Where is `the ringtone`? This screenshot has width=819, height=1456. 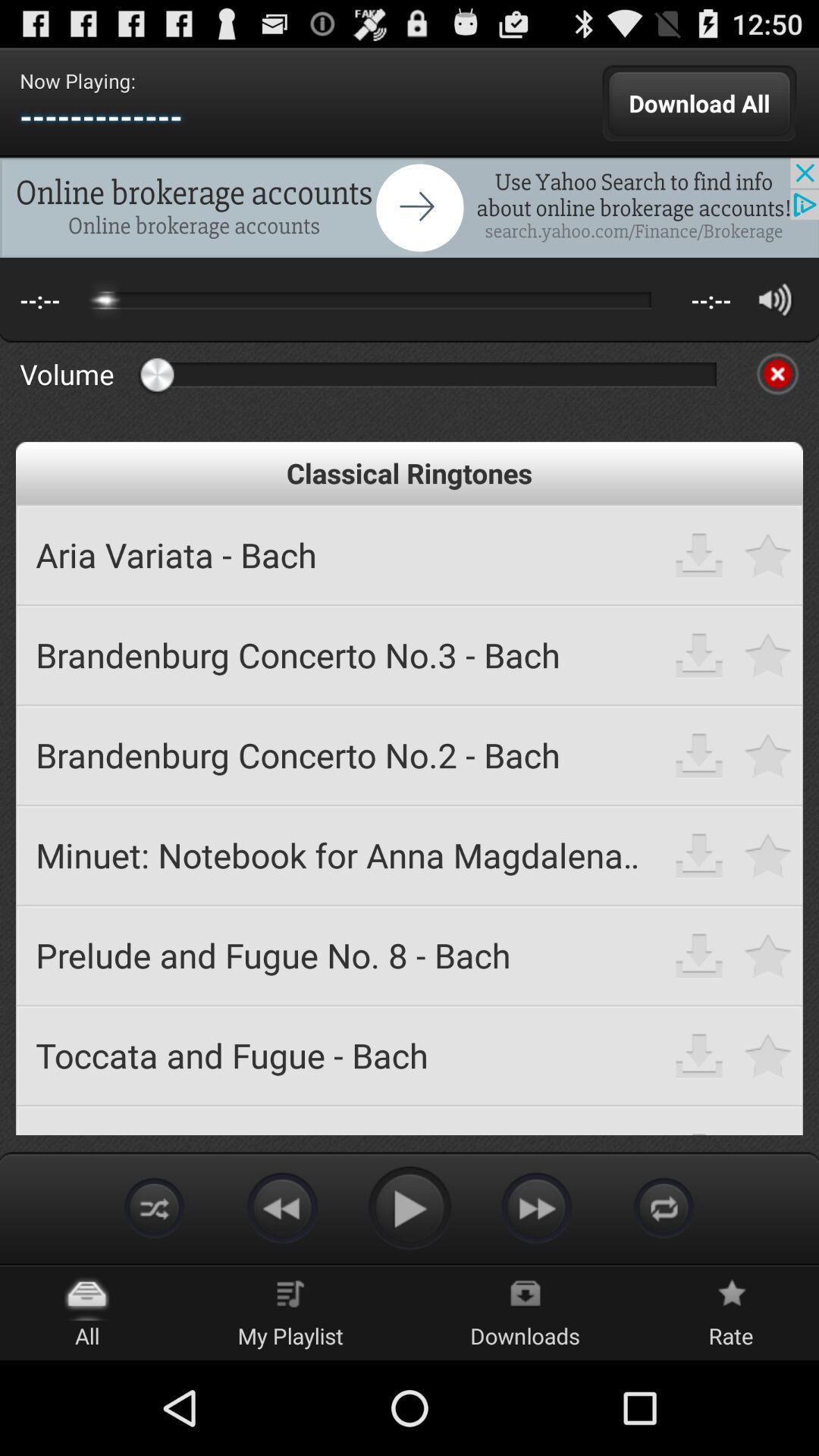
the ringtone is located at coordinates (768, 954).